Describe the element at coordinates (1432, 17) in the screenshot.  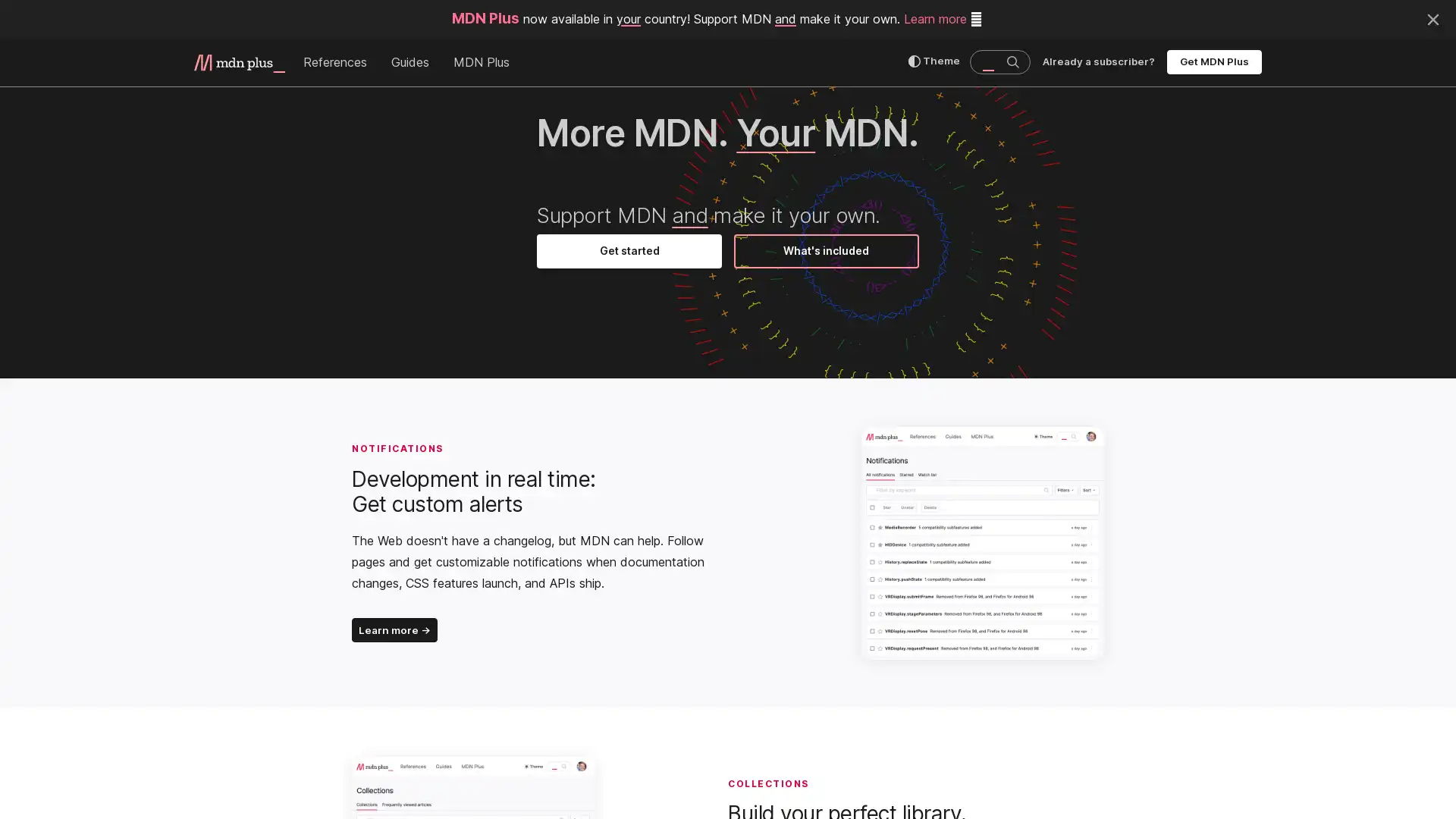
I see `Close banner` at that location.